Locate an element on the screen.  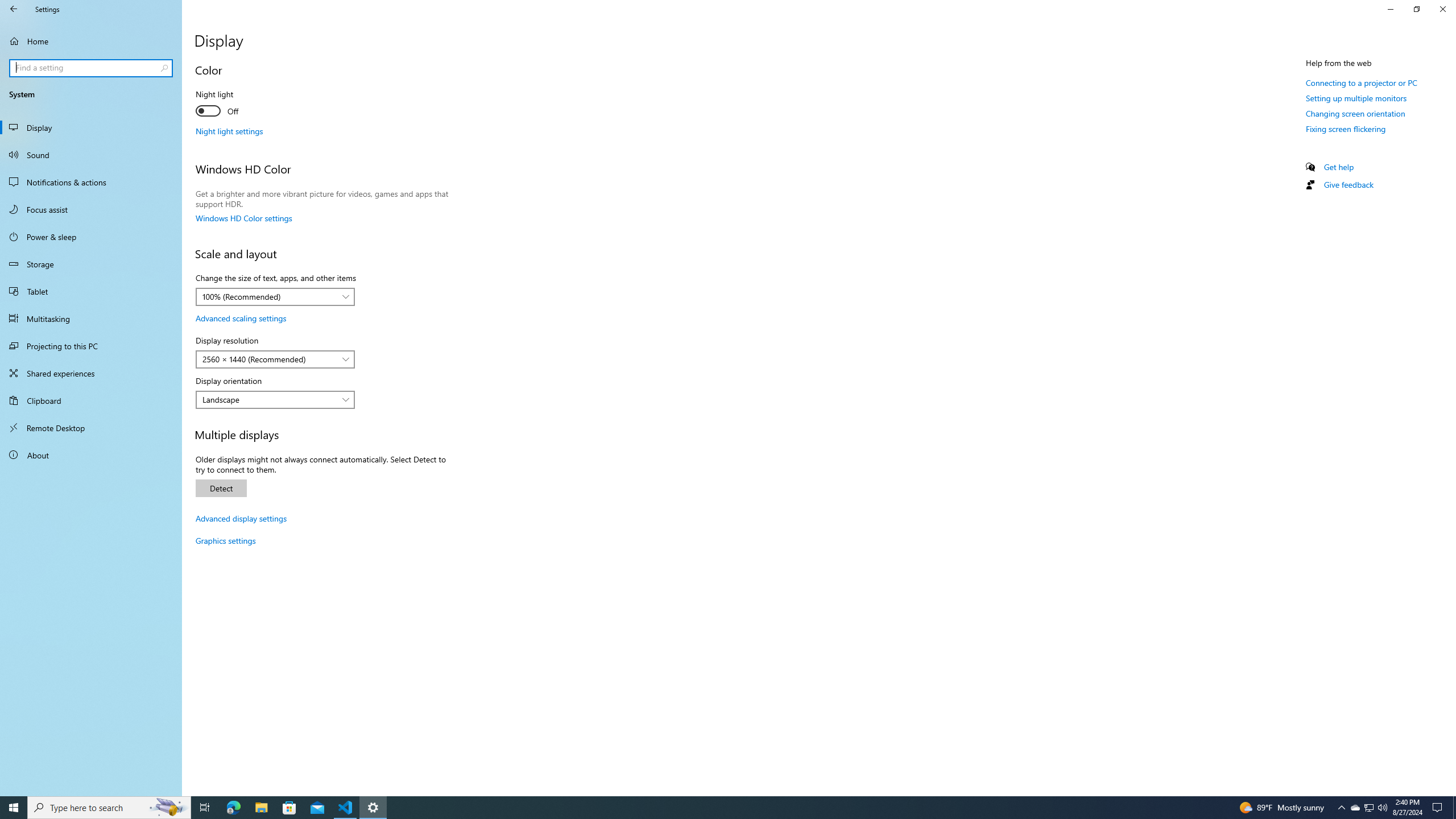
'Night light' is located at coordinates (237, 104).